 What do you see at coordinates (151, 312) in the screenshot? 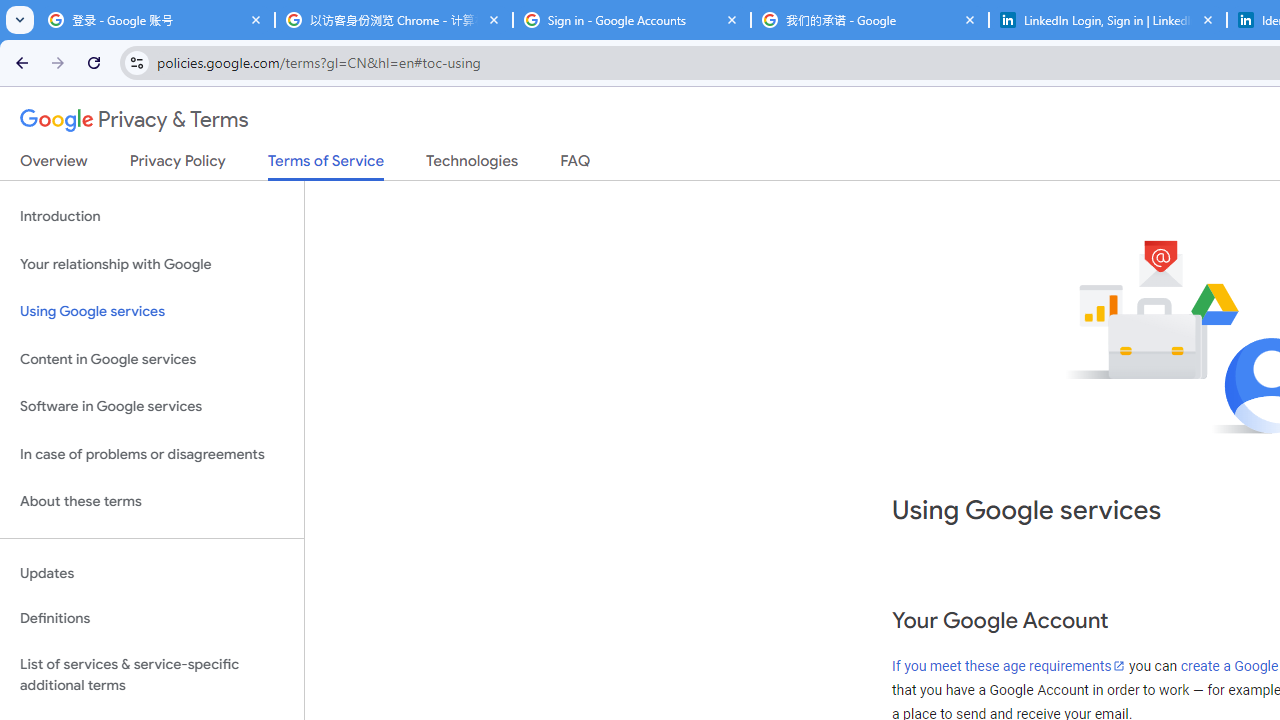
I see `'Using Google services'` at bounding box center [151, 312].